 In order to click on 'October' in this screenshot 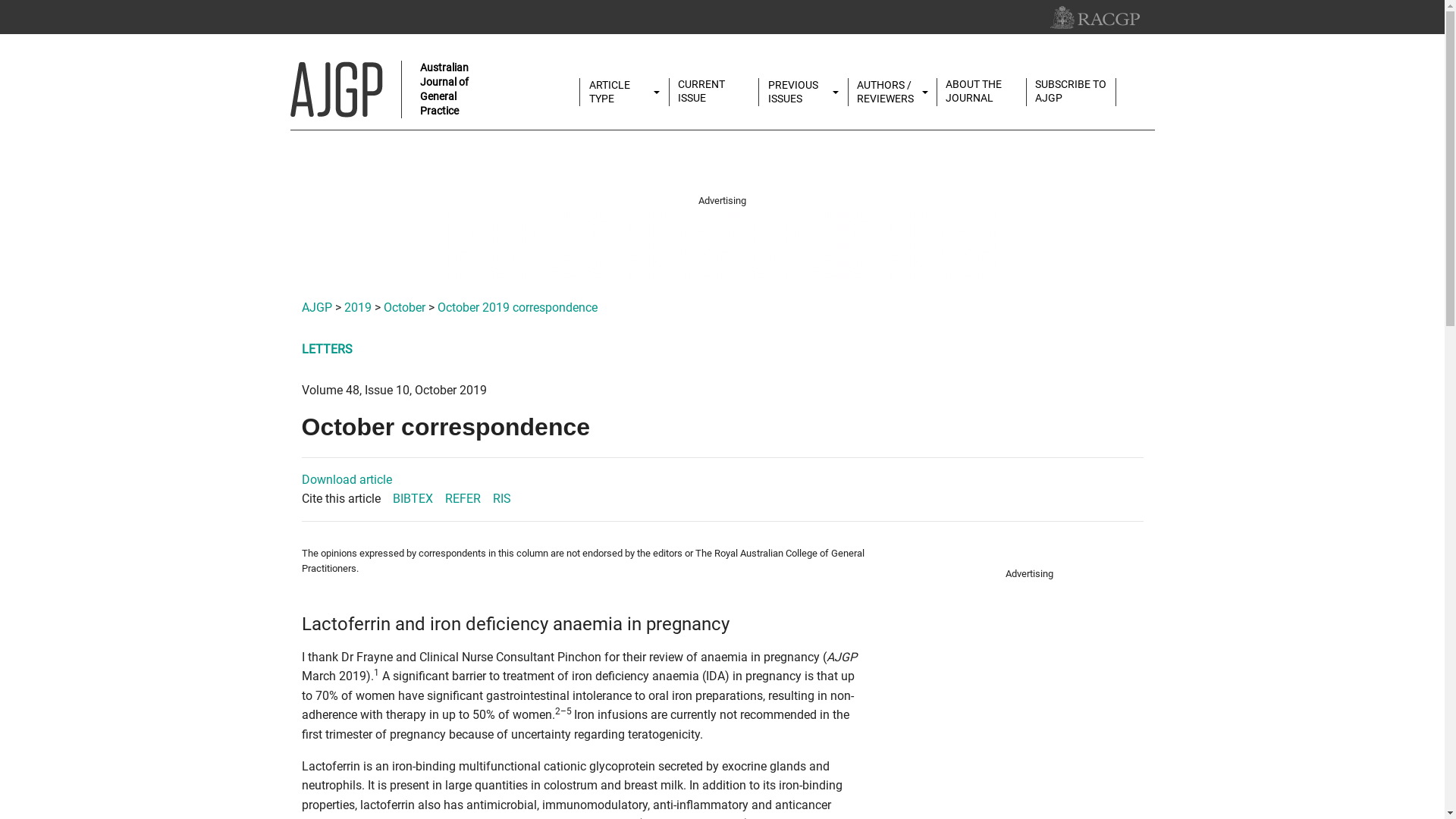, I will do `click(383, 307)`.